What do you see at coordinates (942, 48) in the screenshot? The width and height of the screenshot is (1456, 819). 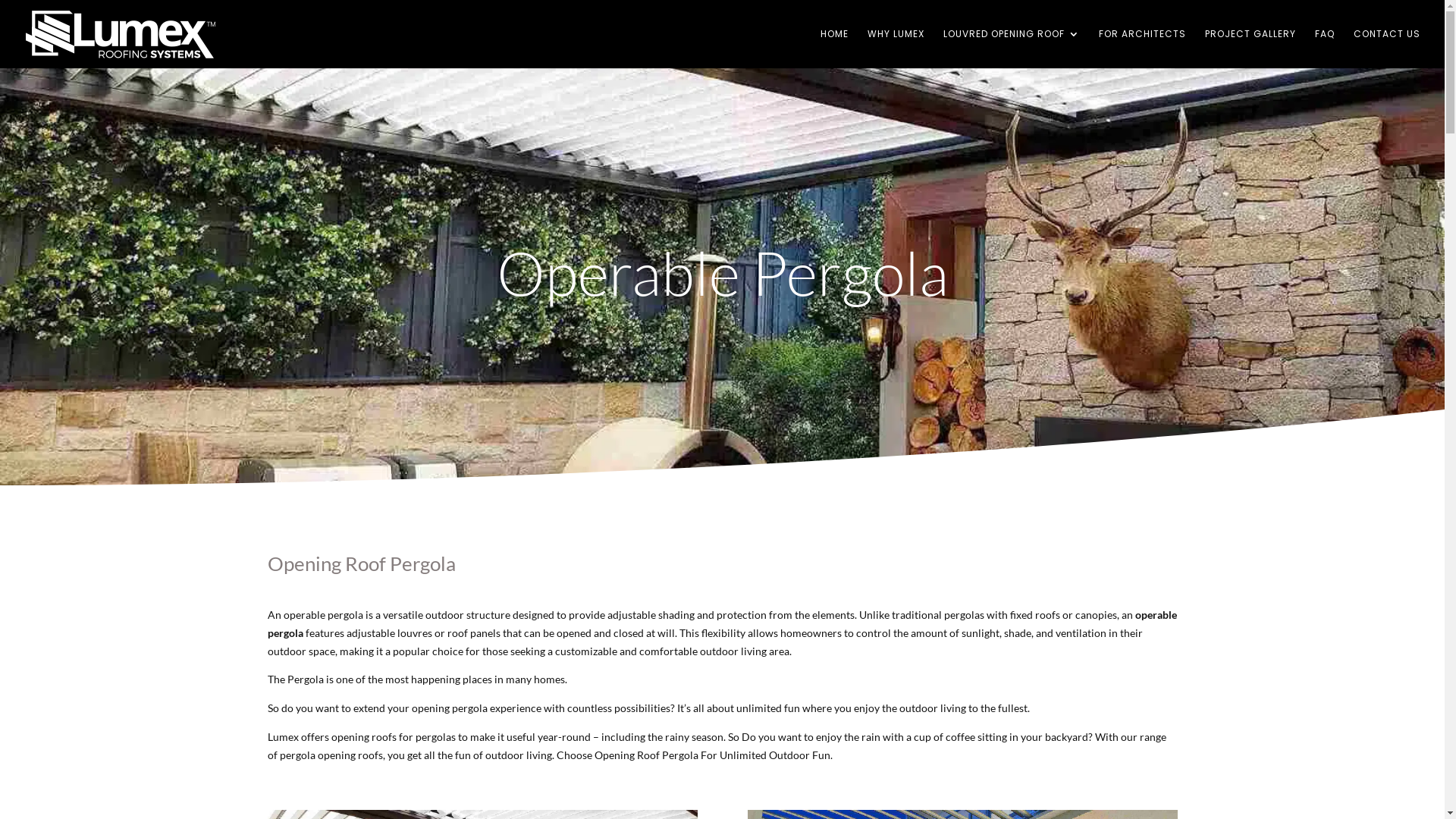 I see `'LOUVRED OPENING ROOF'` at bounding box center [942, 48].